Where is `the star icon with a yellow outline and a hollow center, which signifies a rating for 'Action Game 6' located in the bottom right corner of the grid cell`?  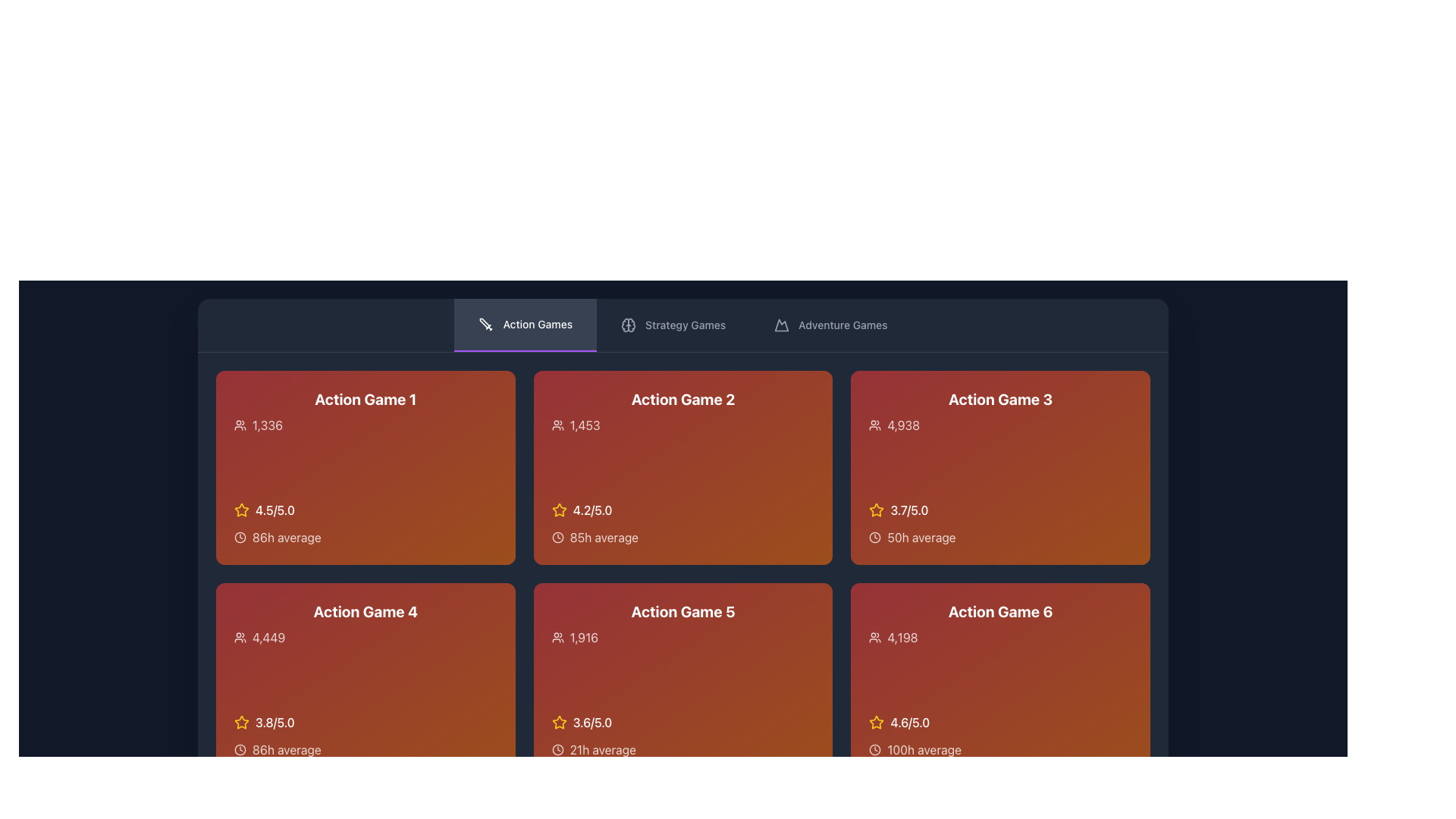
the star icon with a yellow outline and a hollow center, which signifies a rating for 'Action Game 6' located in the bottom right corner of the grid cell is located at coordinates (877, 721).